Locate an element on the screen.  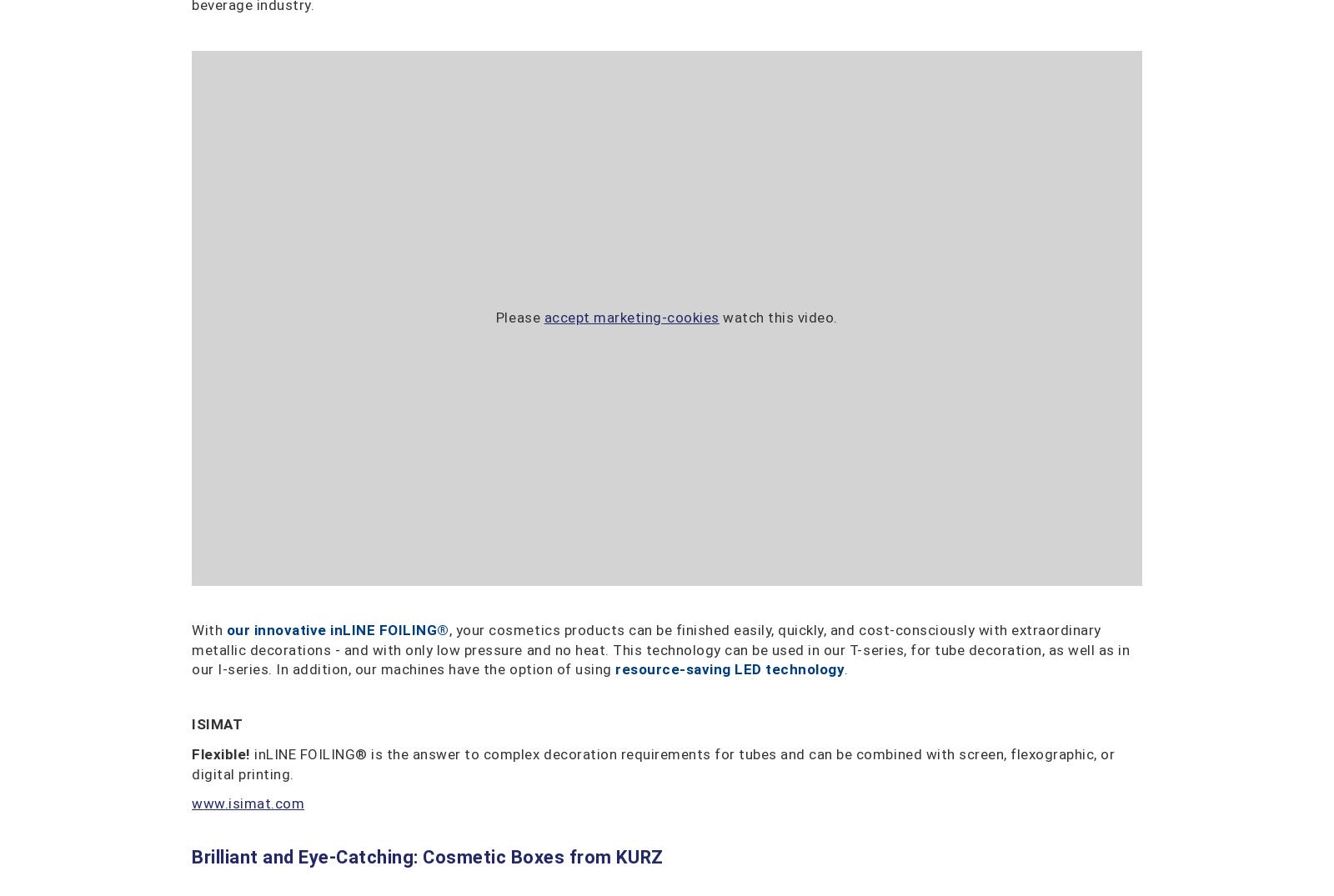
'www.isimat.com' is located at coordinates (248, 803).